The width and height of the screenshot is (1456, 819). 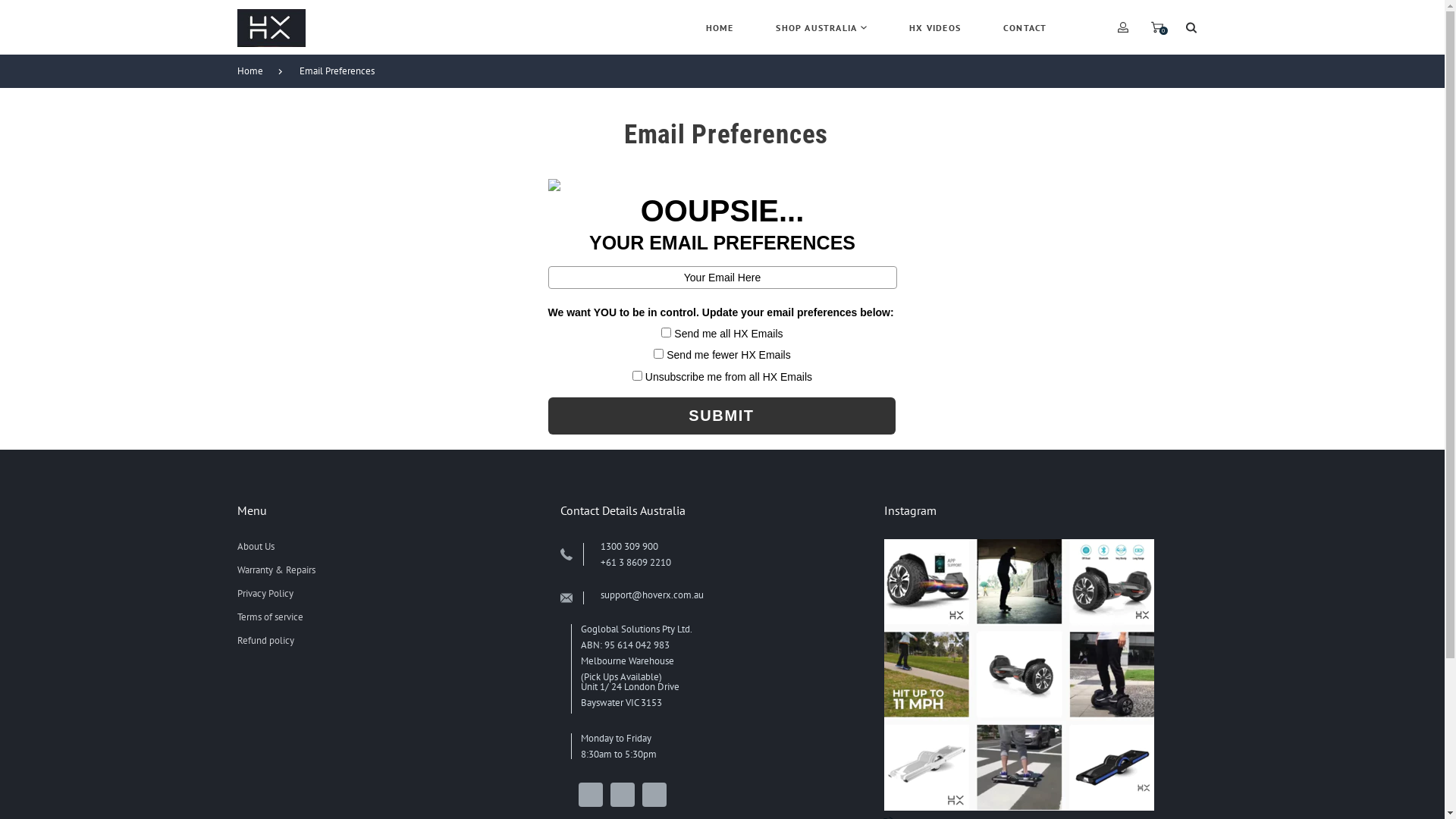 What do you see at coordinates (275, 570) in the screenshot?
I see `'Warranty & Repairs'` at bounding box center [275, 570].